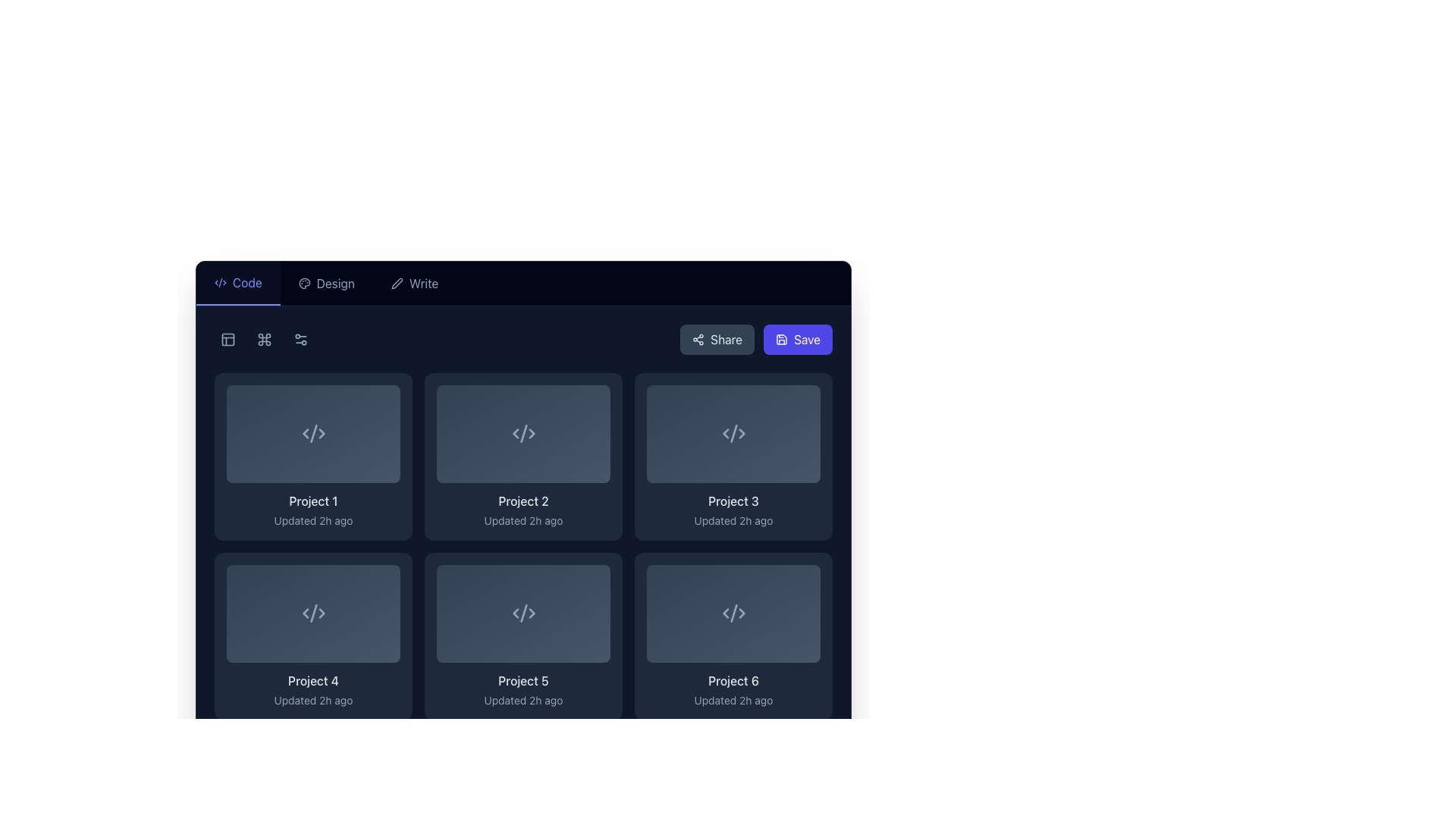 The image size is (1456, 819). Describe the element at coordinates (415, 284) in the screenshot. I see `the 'Write' navigation button, which is the third option from the left` at that location.